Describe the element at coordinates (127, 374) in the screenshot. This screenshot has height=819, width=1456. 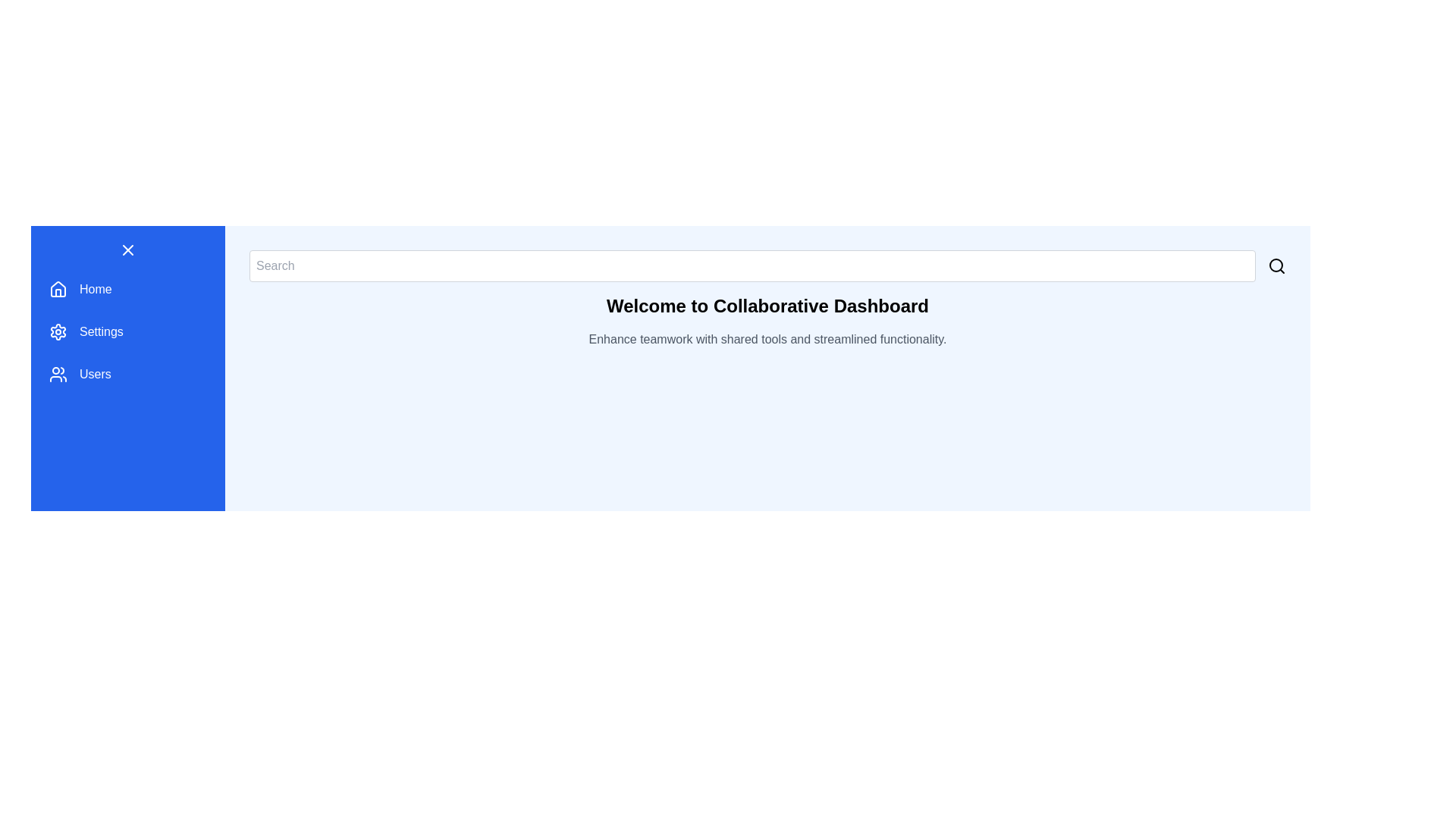
I see `the navigation item labeled Users` at that location.